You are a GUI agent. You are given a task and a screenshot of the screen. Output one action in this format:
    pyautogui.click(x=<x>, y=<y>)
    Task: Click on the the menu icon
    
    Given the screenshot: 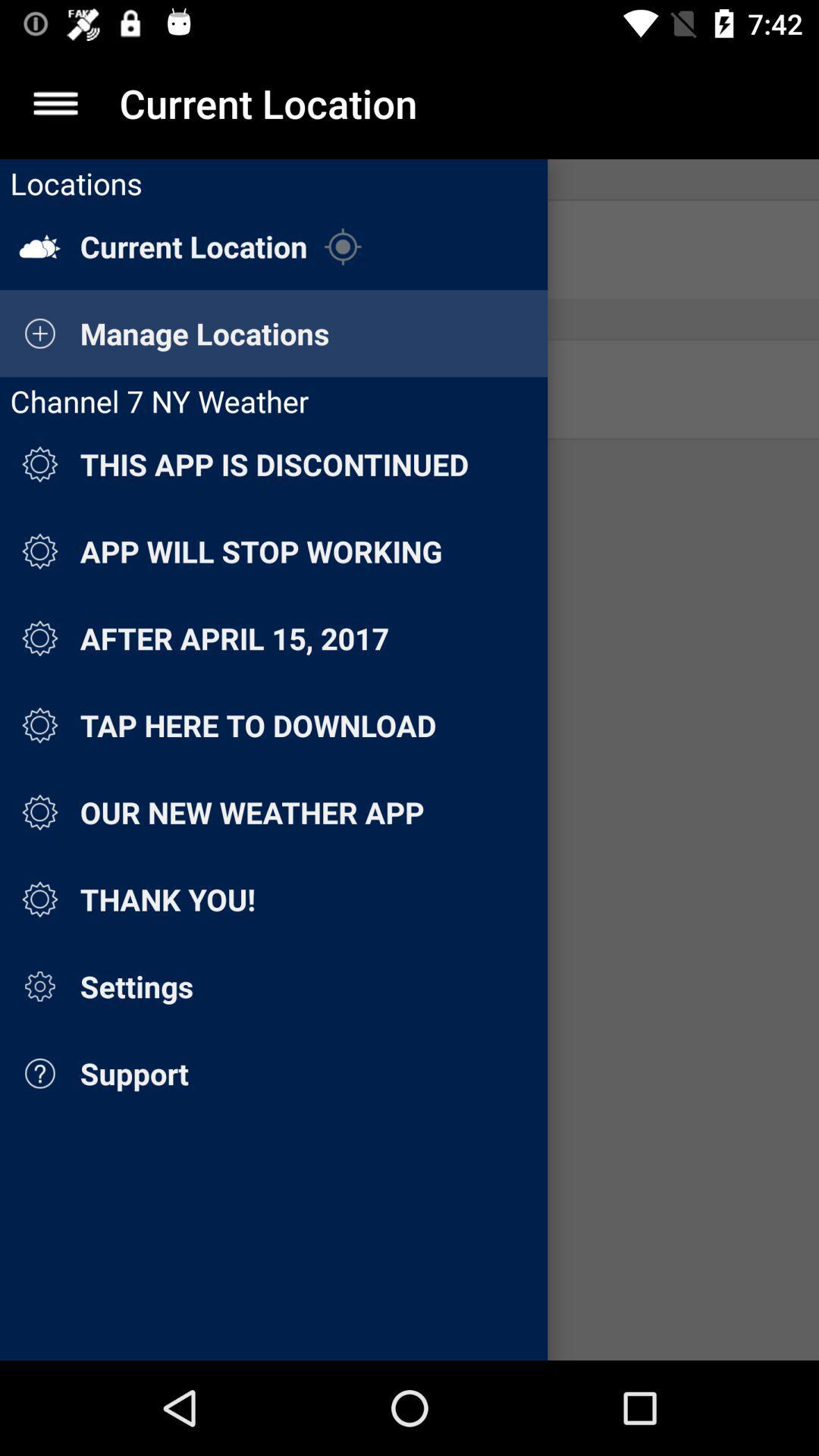 What is the action you would take?
    pyautogui.click(x=55, y=102)
    